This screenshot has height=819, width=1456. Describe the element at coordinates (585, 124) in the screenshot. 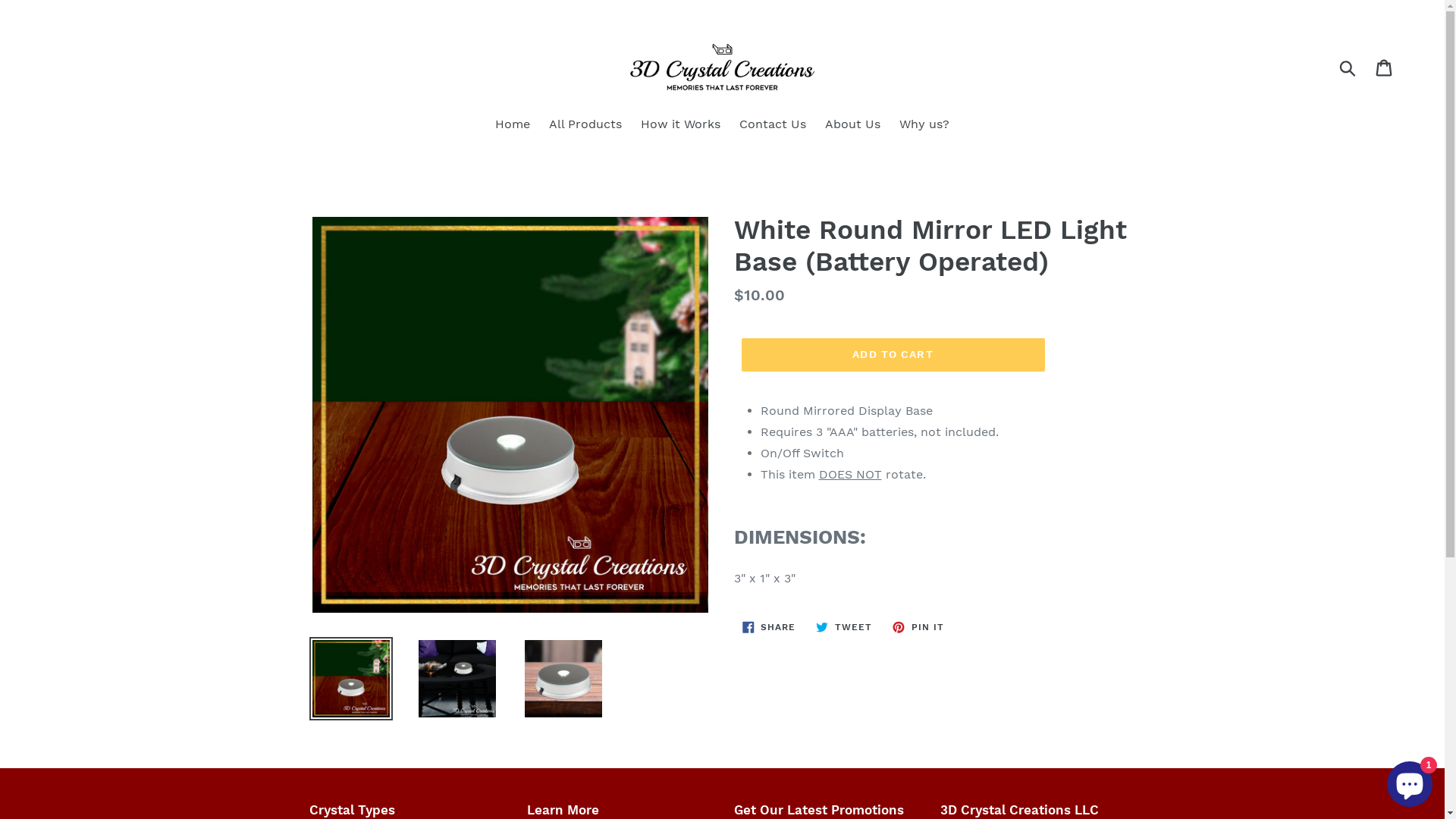

I see `'All Products'` at that location.